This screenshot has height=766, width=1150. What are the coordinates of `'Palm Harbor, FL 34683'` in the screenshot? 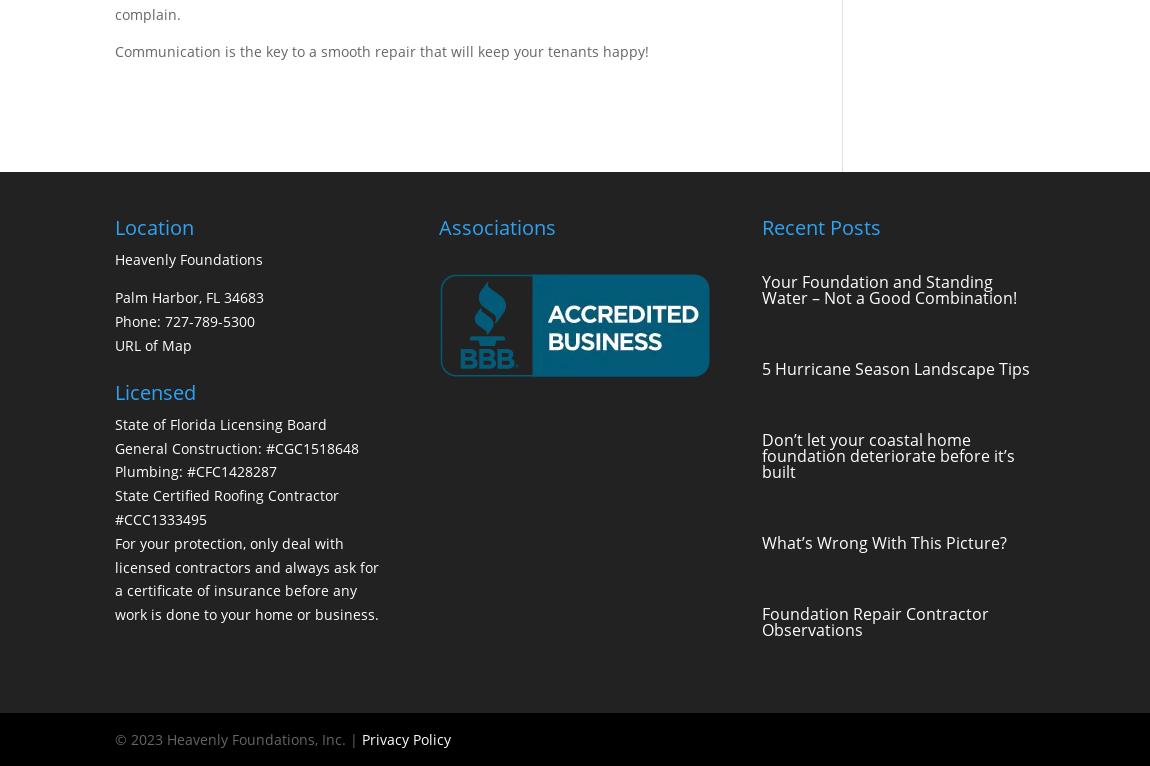 It's located at (188, 297).